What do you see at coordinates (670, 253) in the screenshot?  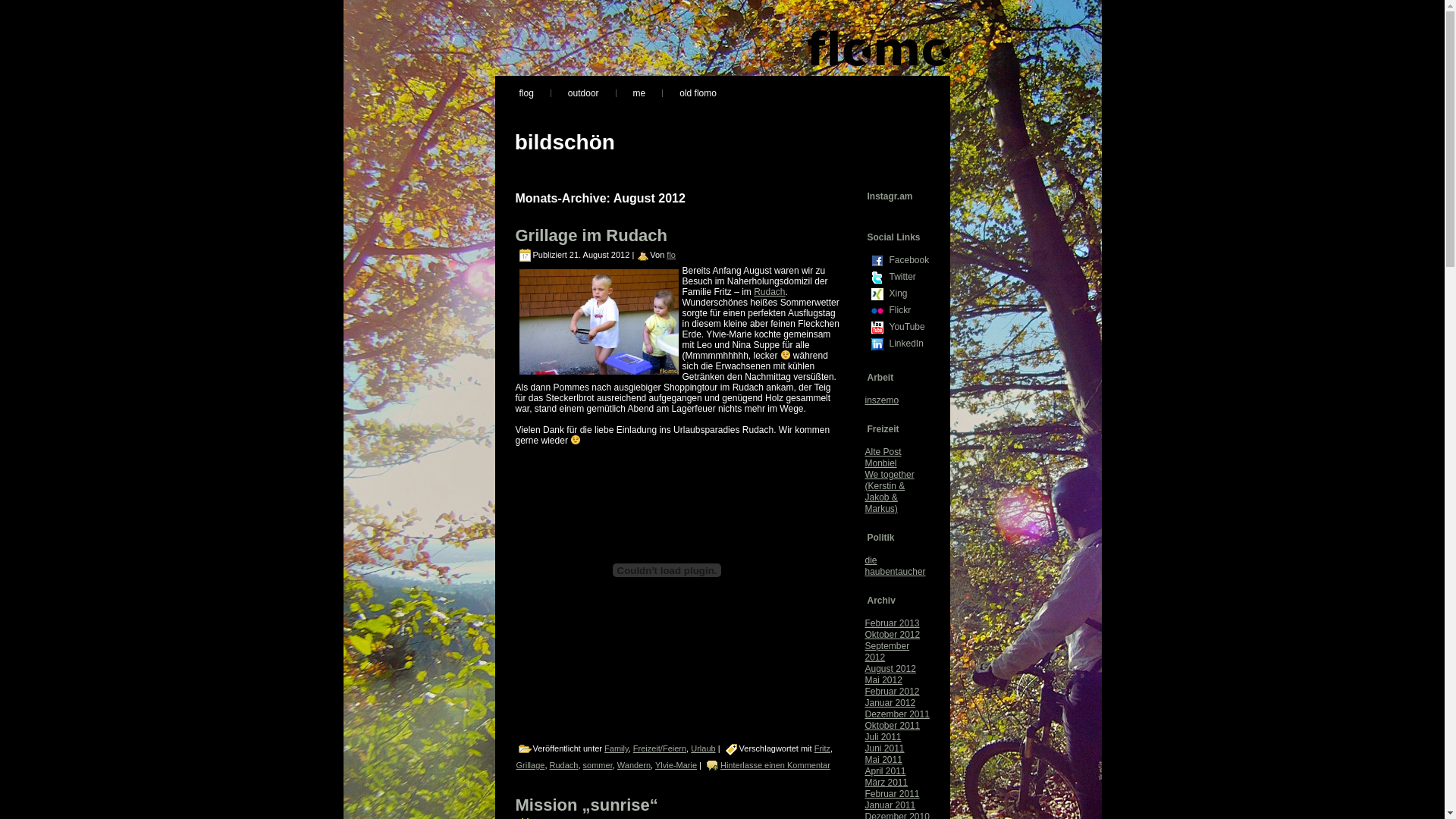 I see `'flo'` at bounding box center [670, 253].